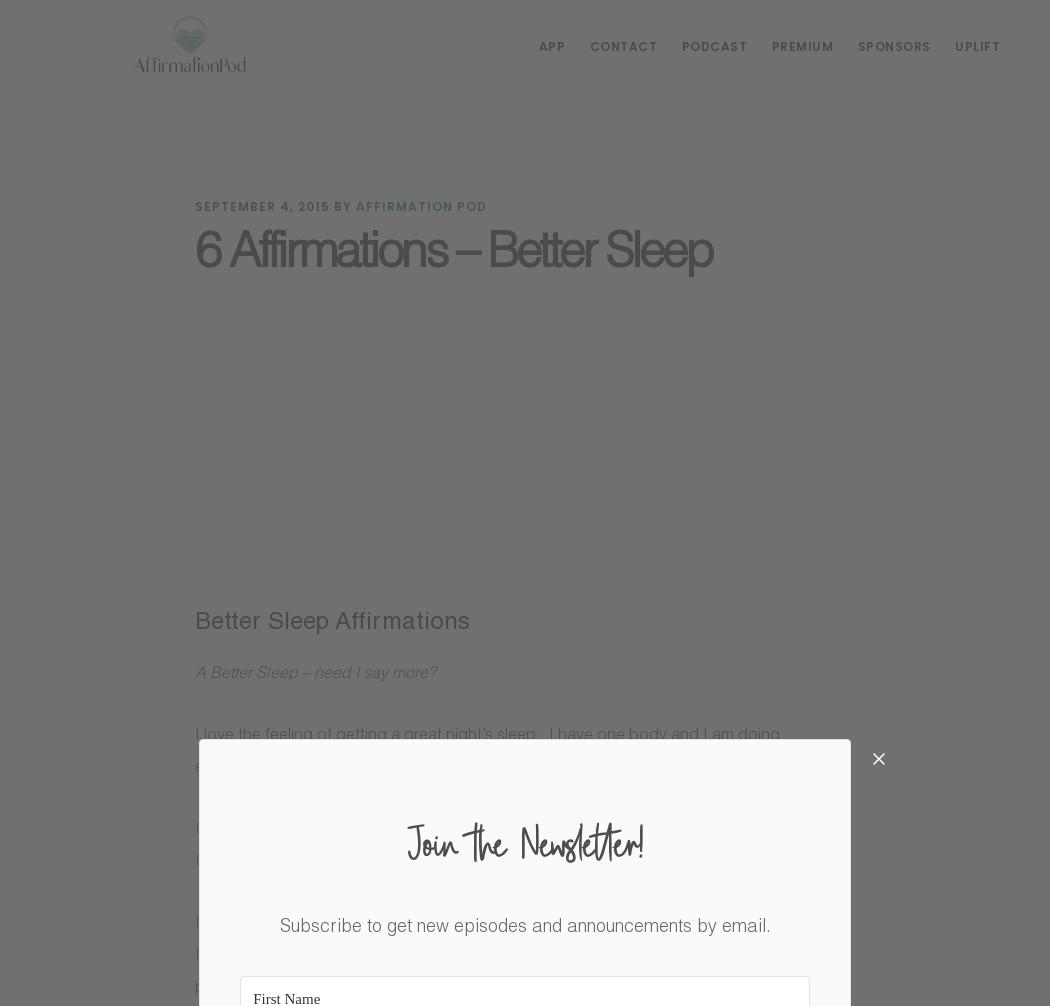  What do you see at coordinates (332, 624) in the screenshot?
I see `'Better Sleep Affirmations'` at bounding box center [332, 624].